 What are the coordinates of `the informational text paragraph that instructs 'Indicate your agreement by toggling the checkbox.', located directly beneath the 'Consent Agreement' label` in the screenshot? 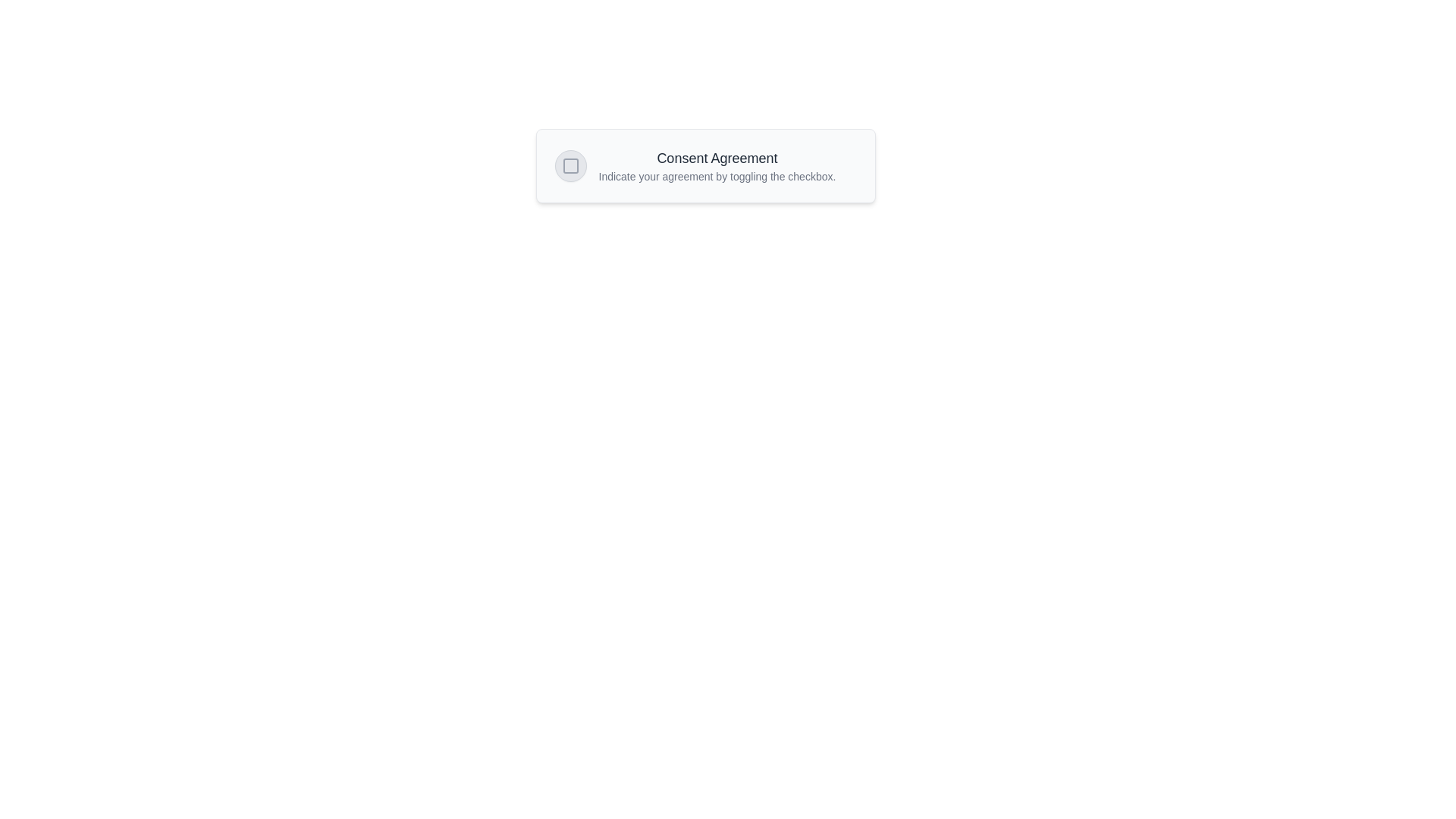 It's located at (716, 175).